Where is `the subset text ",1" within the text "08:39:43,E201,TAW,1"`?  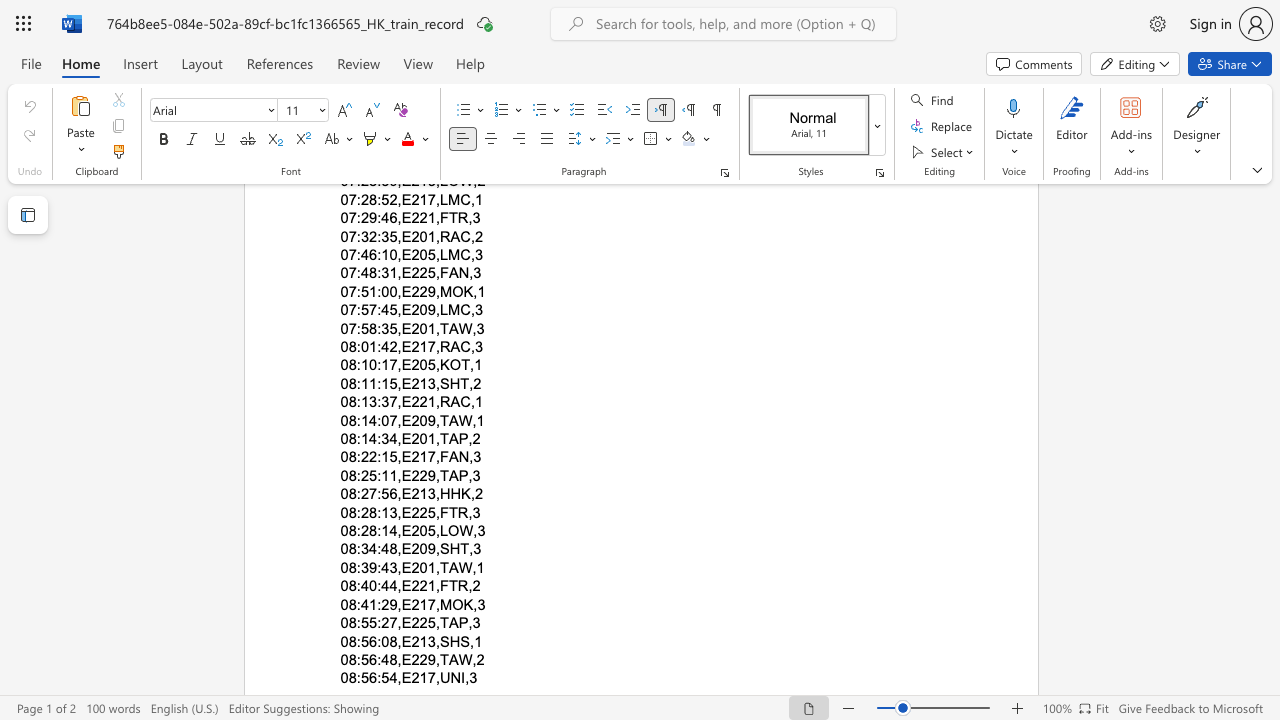 the subset text ",1" within the text "08:39:43,E201,TAW,1" is located at coordinates (471, 567).